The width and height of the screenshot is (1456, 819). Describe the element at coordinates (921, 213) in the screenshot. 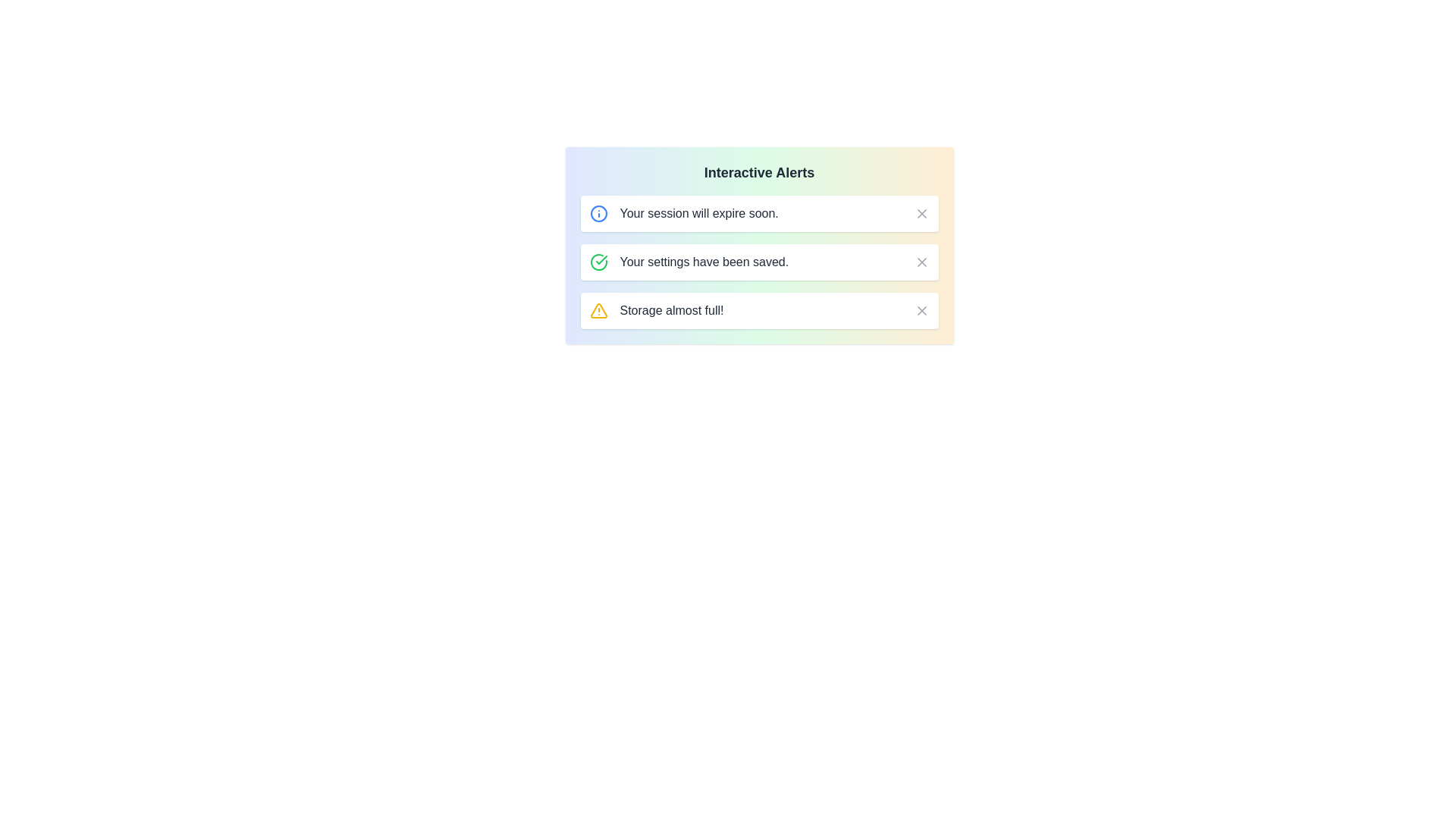

I see `the diagonal cross button in the top-right corner of the alert card` at that location.